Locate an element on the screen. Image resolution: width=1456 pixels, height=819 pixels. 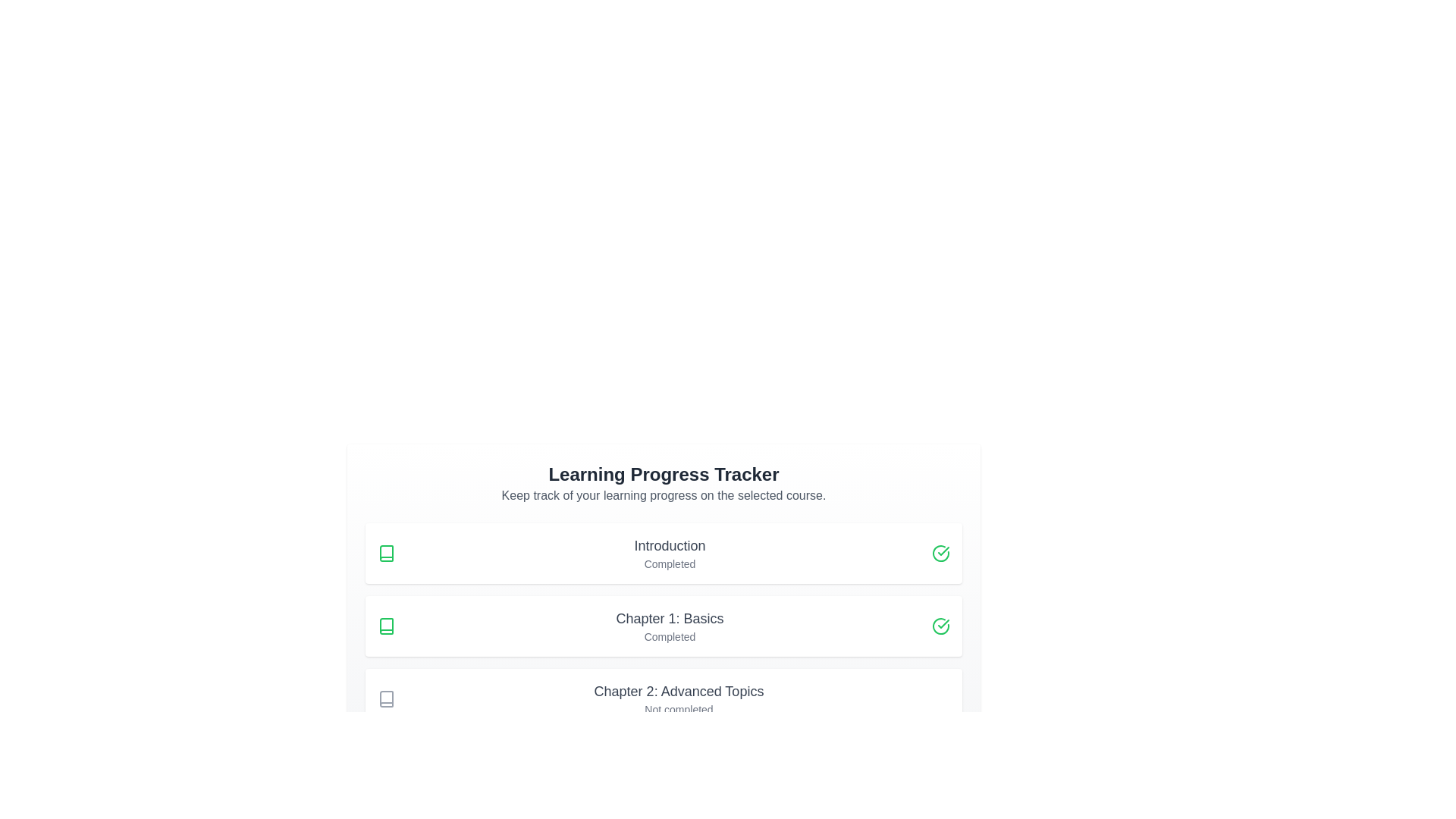
the Text label indicating the completion status of 'Chapter 2: Advanced Topics', which states that the chapter is not completed is located at coordinates (678, 710).